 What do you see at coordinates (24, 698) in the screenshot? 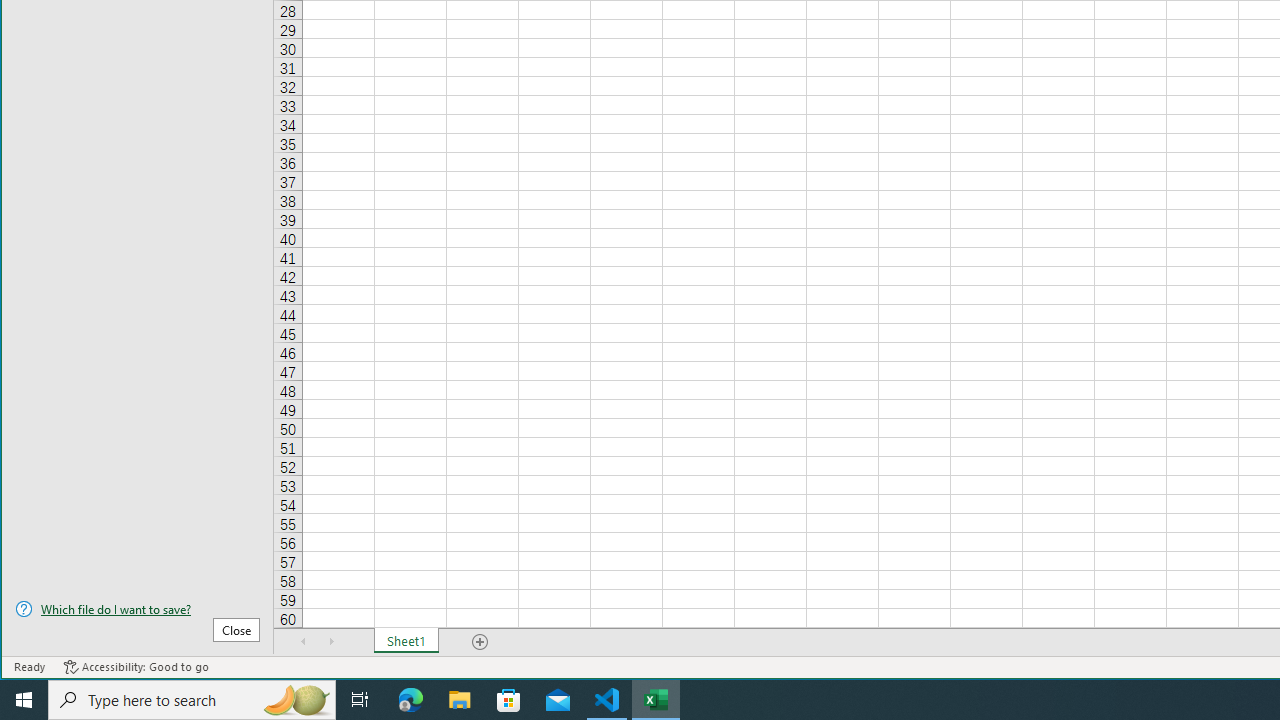
I see `'Start'` at bounding box center [24, 698].